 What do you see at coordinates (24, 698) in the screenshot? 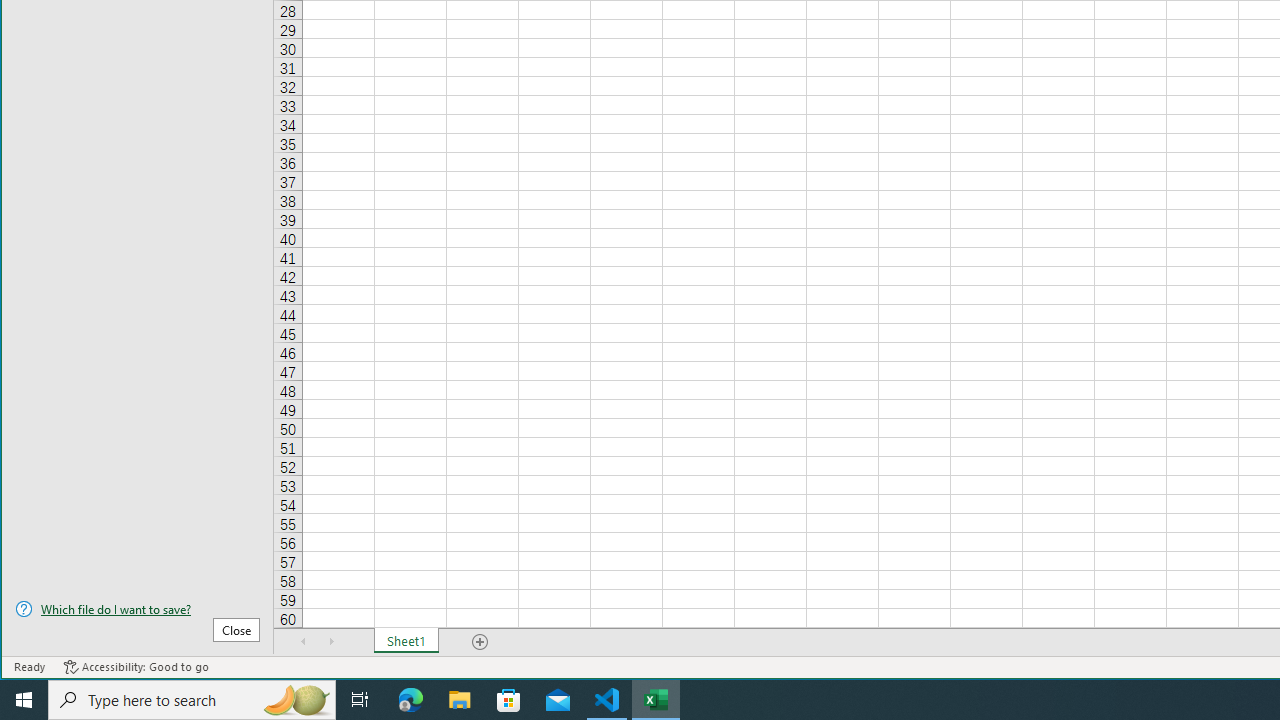
I see `'Start'` at bounding box center [24, 698].